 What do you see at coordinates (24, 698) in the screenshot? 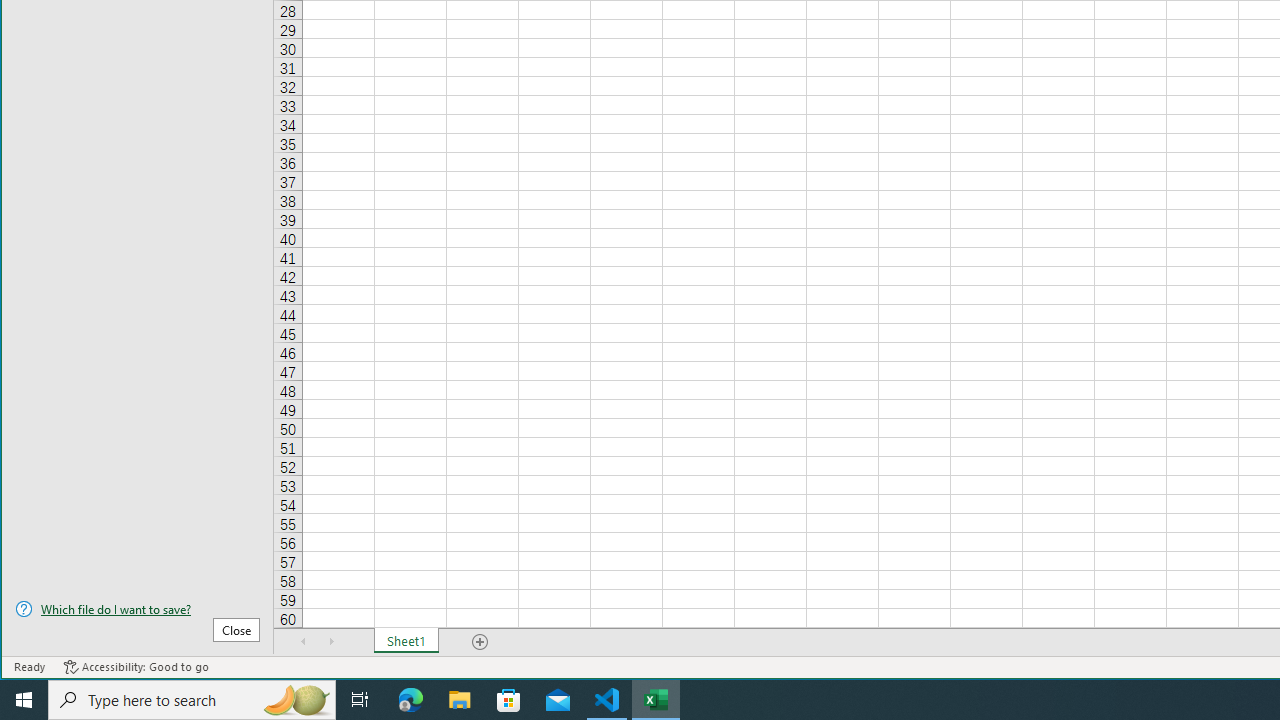
I see `'Start'` at bounding box center [24, 698].